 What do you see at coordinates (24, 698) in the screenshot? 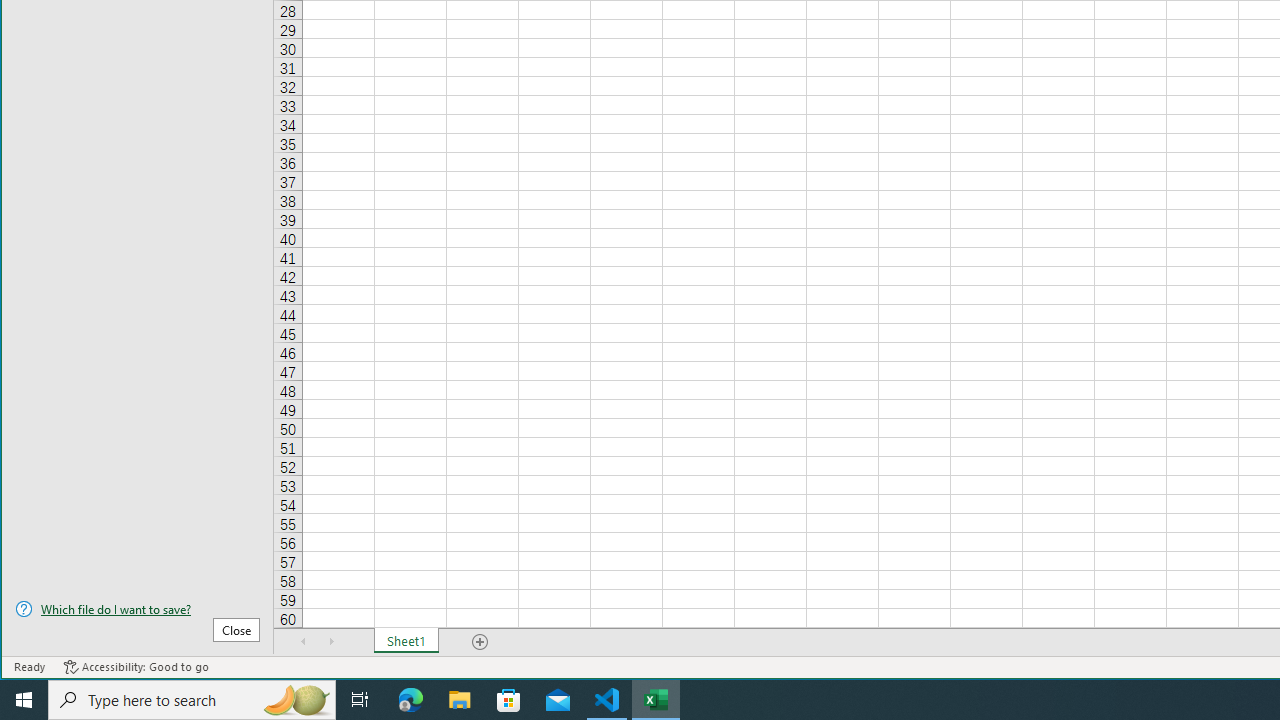
I see `'Start'` at bounding box center [24, 698].